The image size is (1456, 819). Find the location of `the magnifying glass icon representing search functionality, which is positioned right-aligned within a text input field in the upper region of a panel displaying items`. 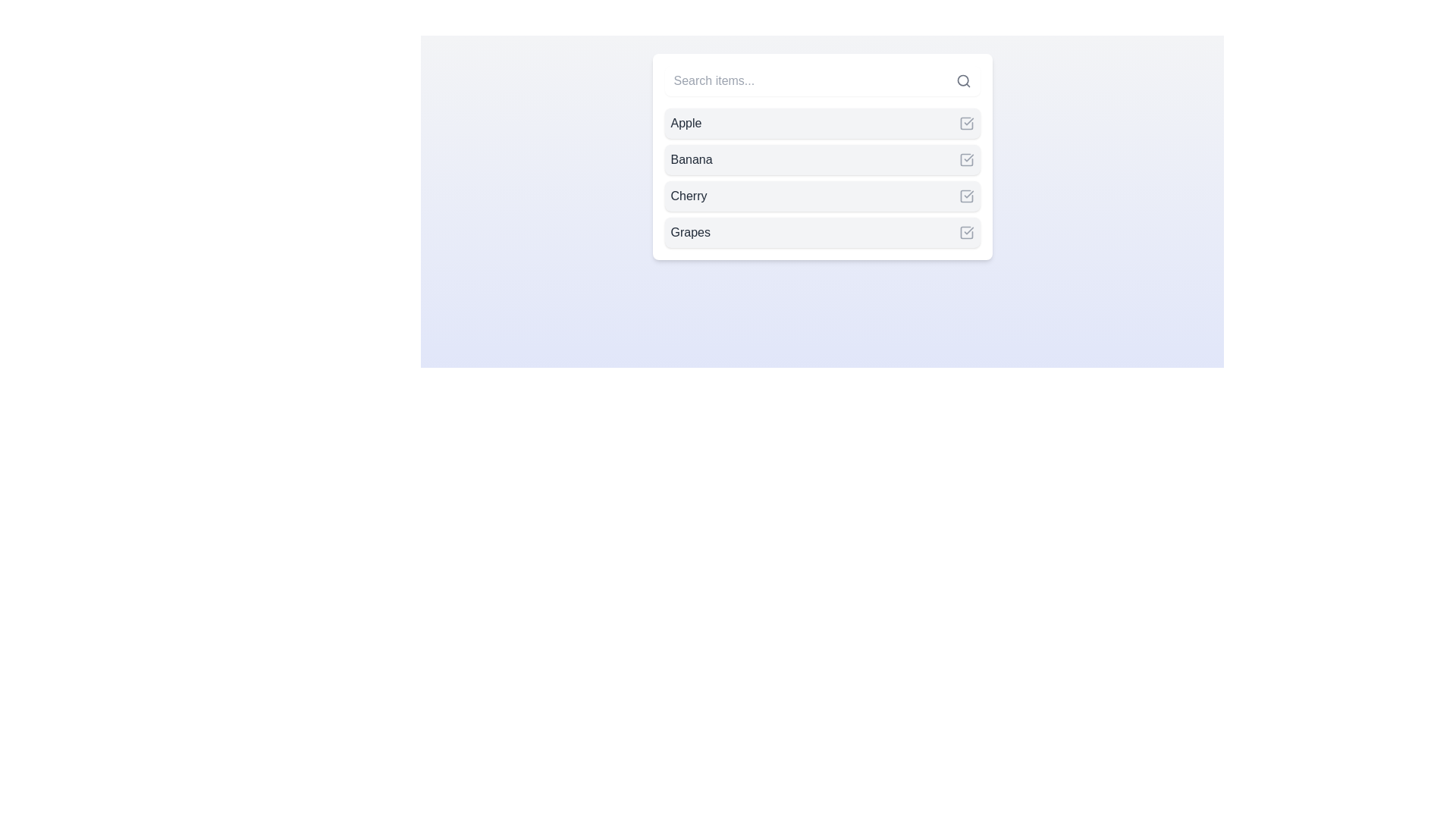

the magnifying glass icon representing search functionality, which is positioned right-aligned within a text input field in the upper region of a panel displaying items is located at coordinates (962, 81).